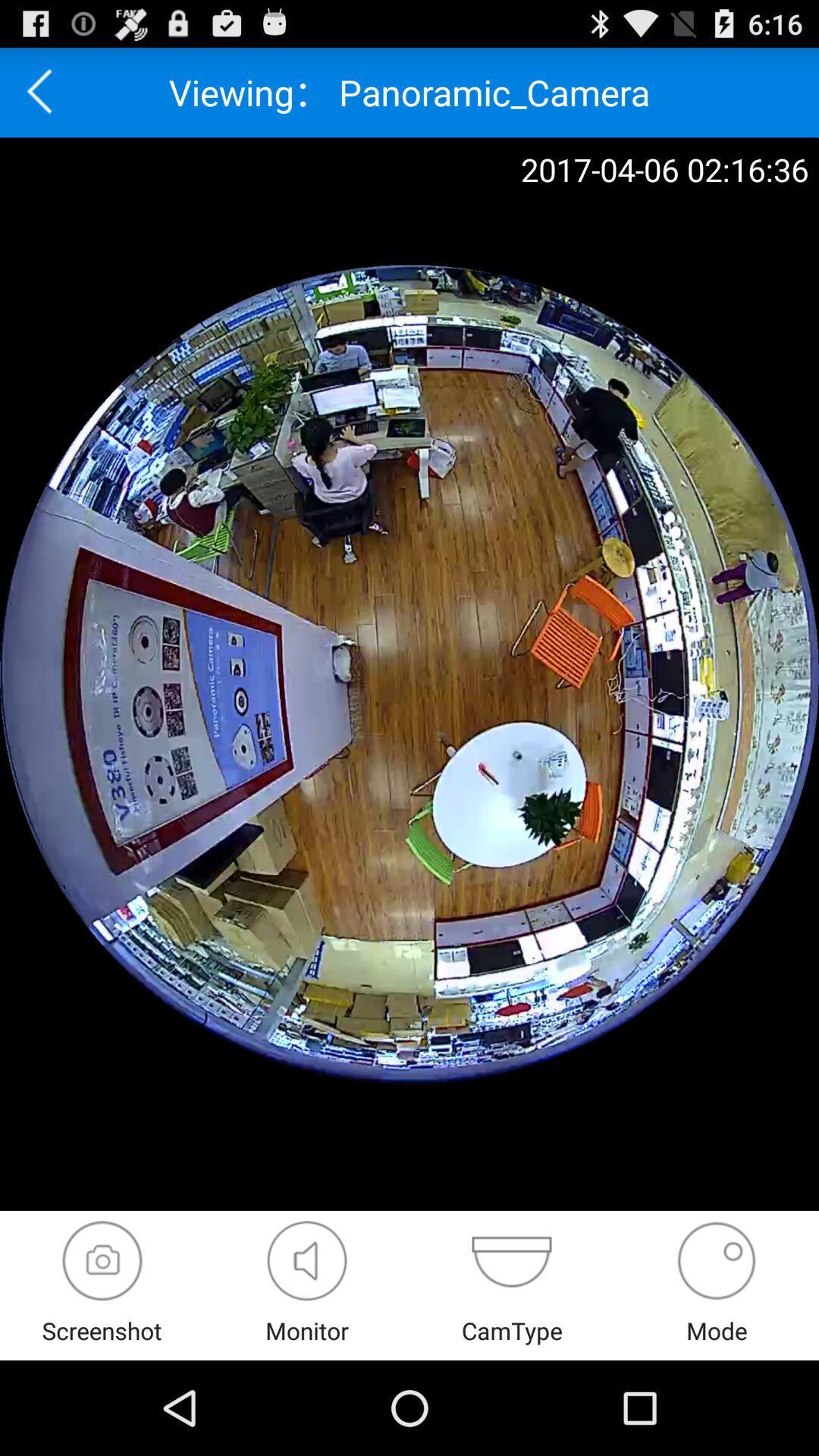 Image resolution: width=819 pixels, height=1456 pixels. What do you see at coordinates (717, 1260) in the screenshot?
I see `switch mode option` at bounding box center [717, 1260].